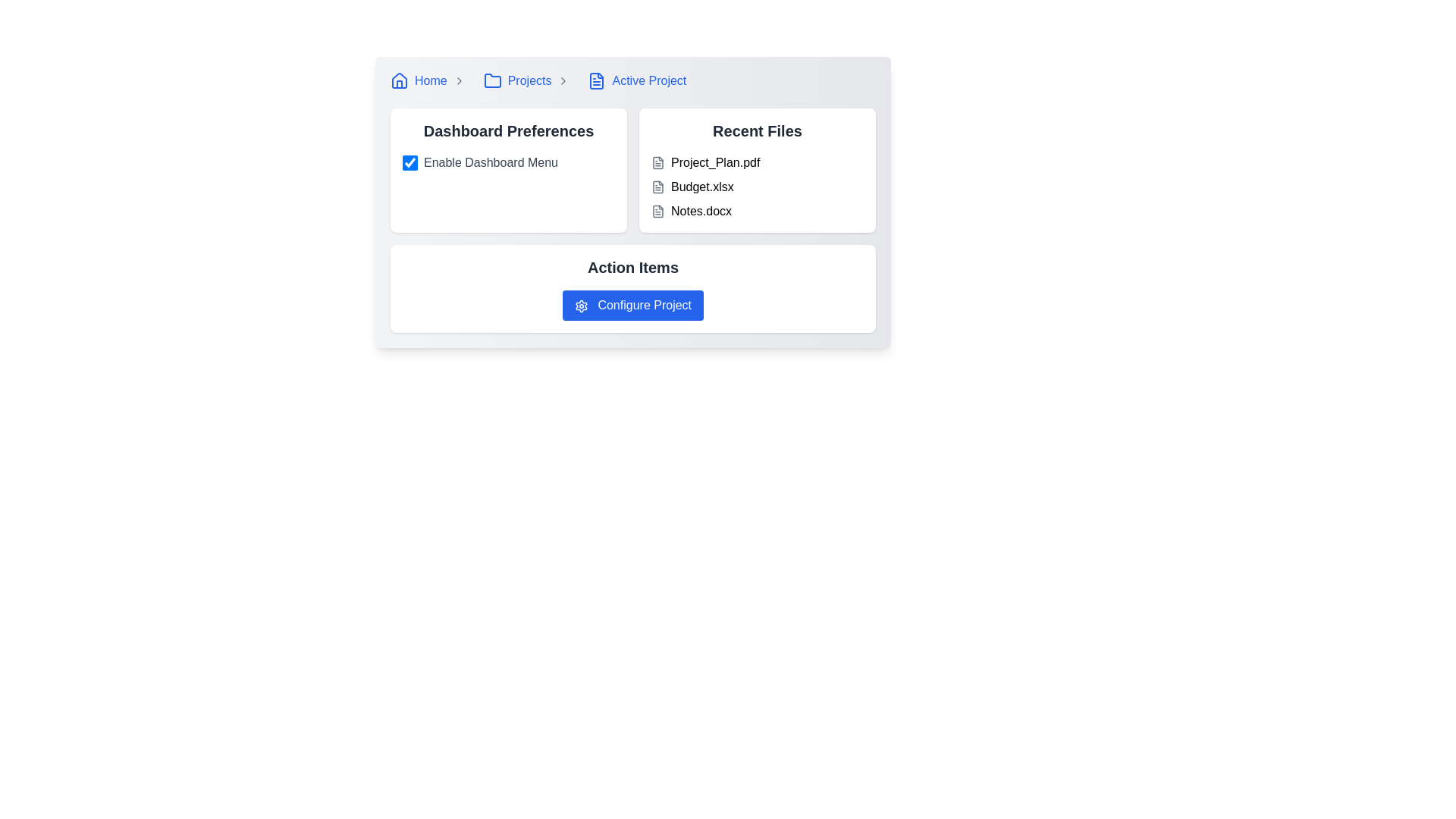 The width and height of the screenshot is (1456, 819). Describe the element at coordinates (633, 305) in the screenshot. I see `the configuration settings button located at the bottom center of the interface within the 'Action Items' section` at that location.